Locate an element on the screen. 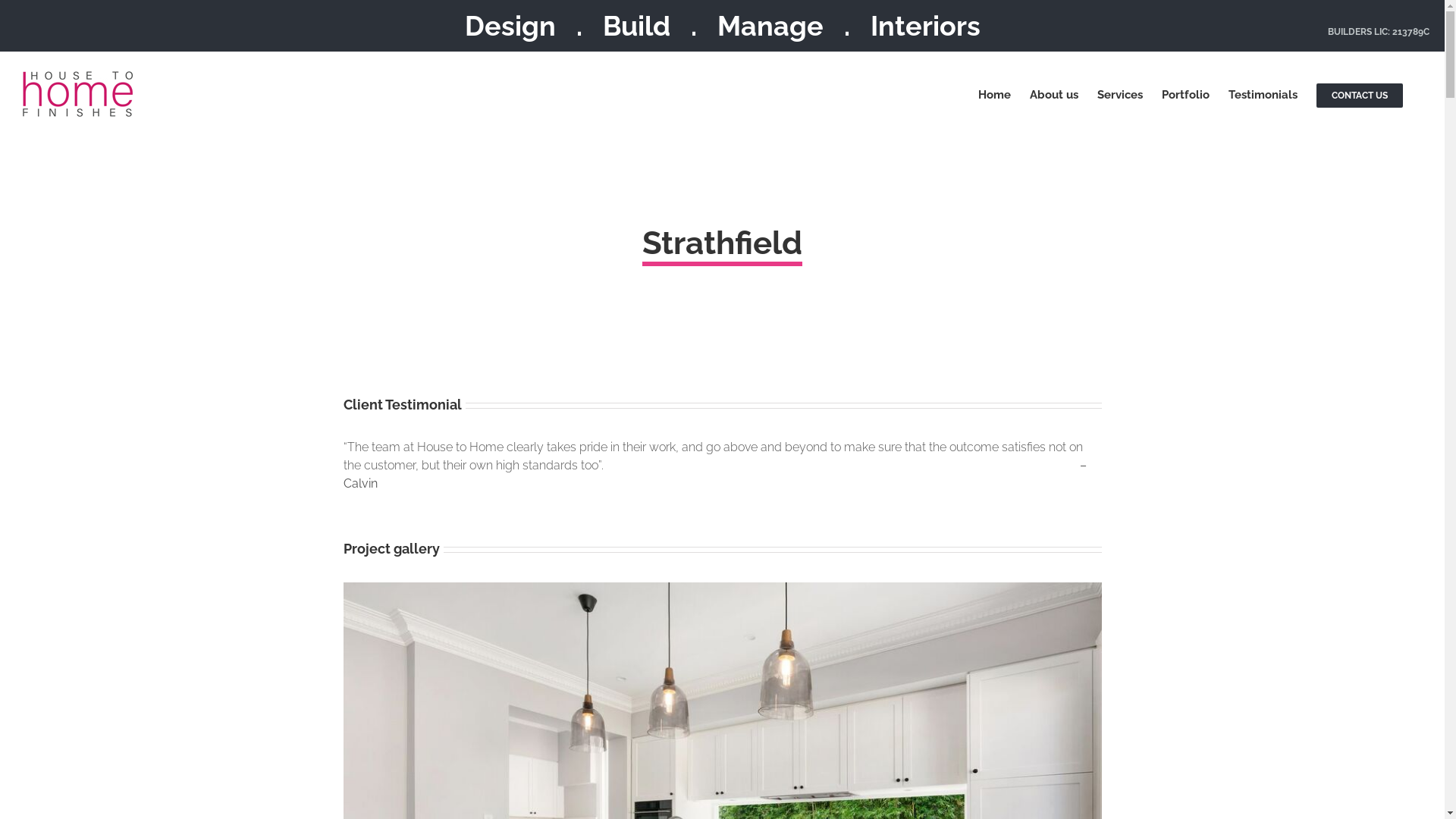 Image resolution: width=1456 pixels, height=819 pixels. 'About us' is located at coordinates (1030, 93).